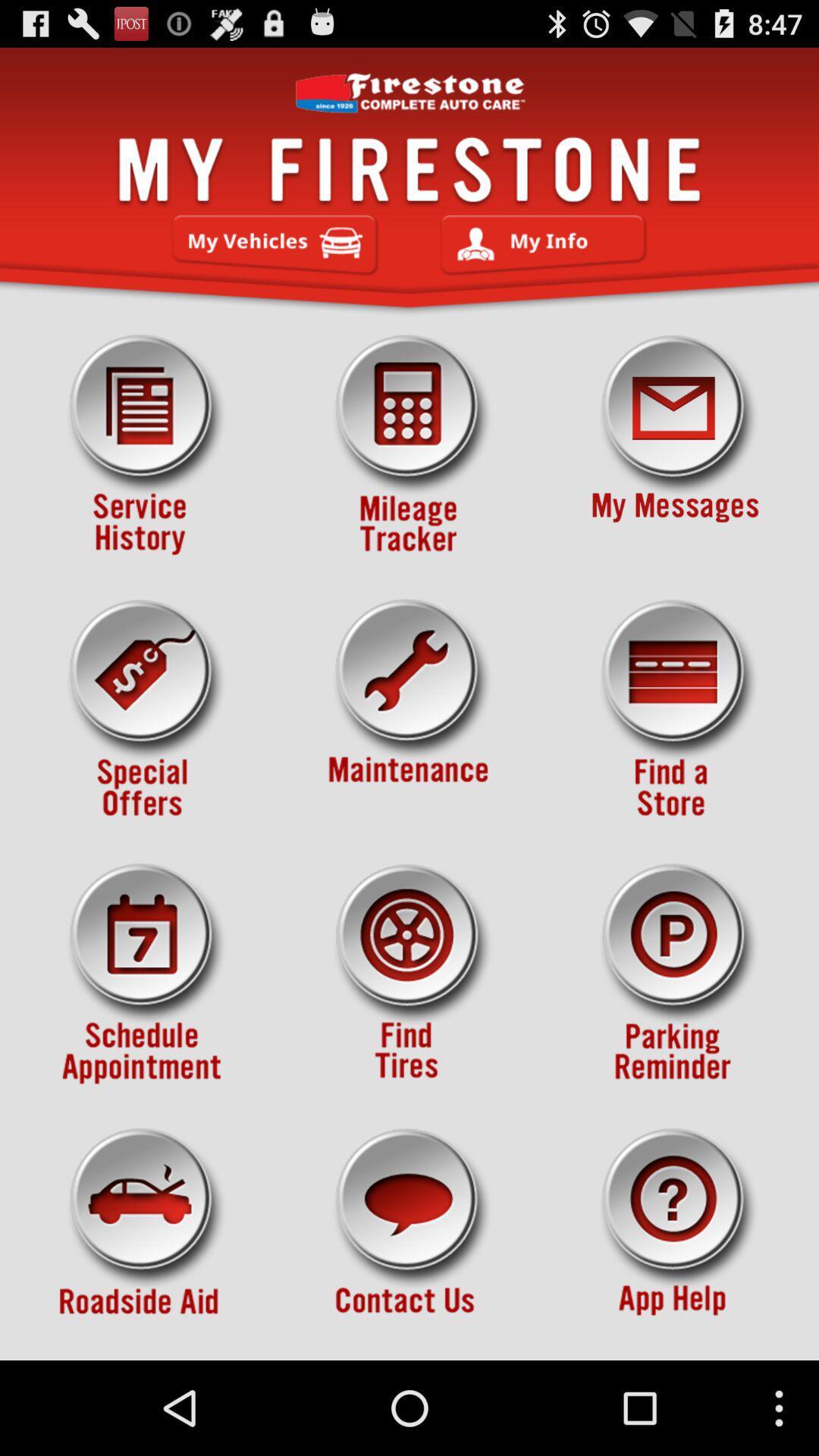 The width and height of the screenshot is (819, 1456). What do you see at coordinates (409, 974) in the screenshot?
I see `find tires option` at bounding box center [409, 974].